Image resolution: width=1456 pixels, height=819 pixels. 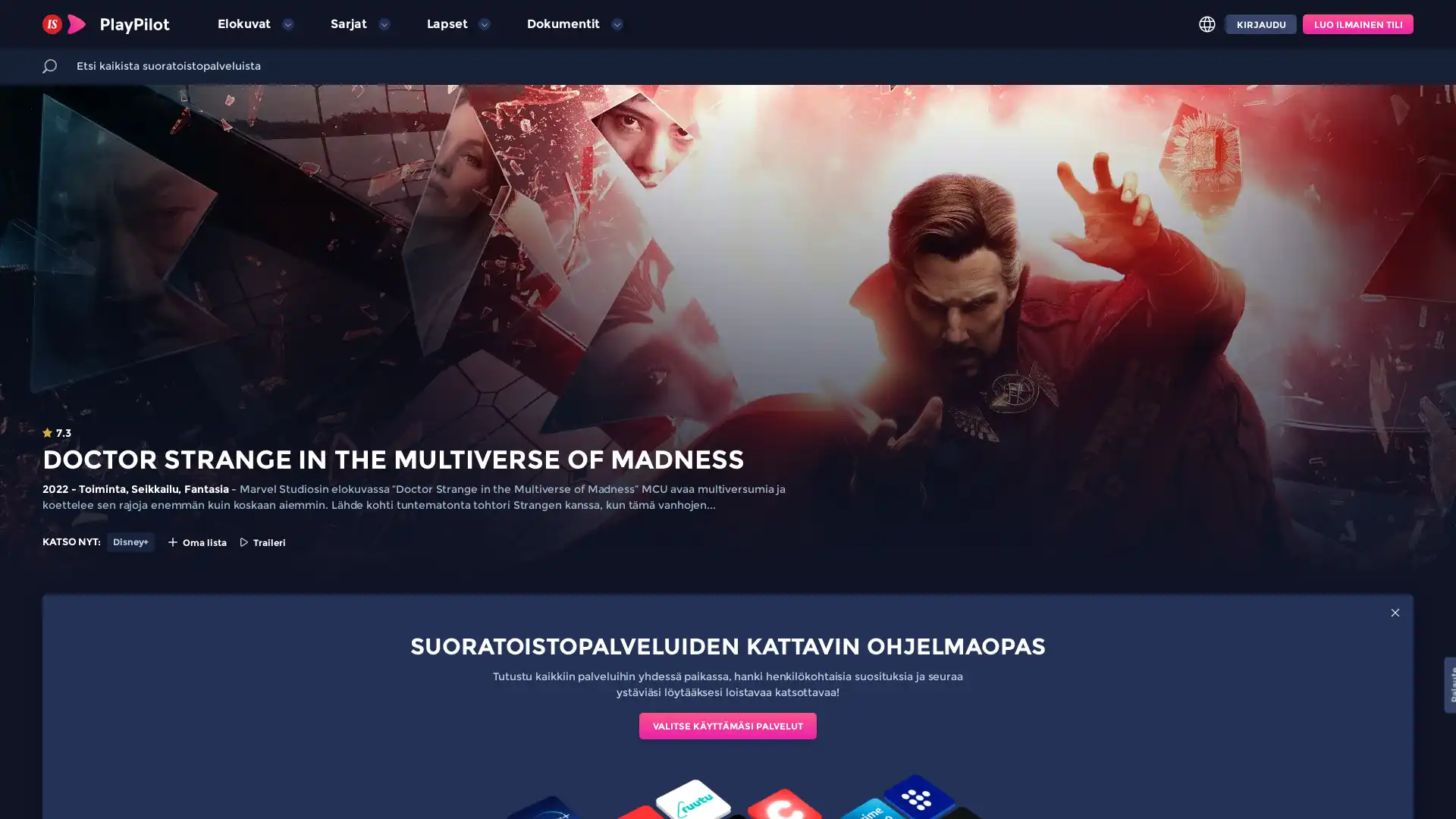 What do you see at coordinates (383, 24) in the screenshot?
I see `Expand menu` at bounding box center [383, 24].